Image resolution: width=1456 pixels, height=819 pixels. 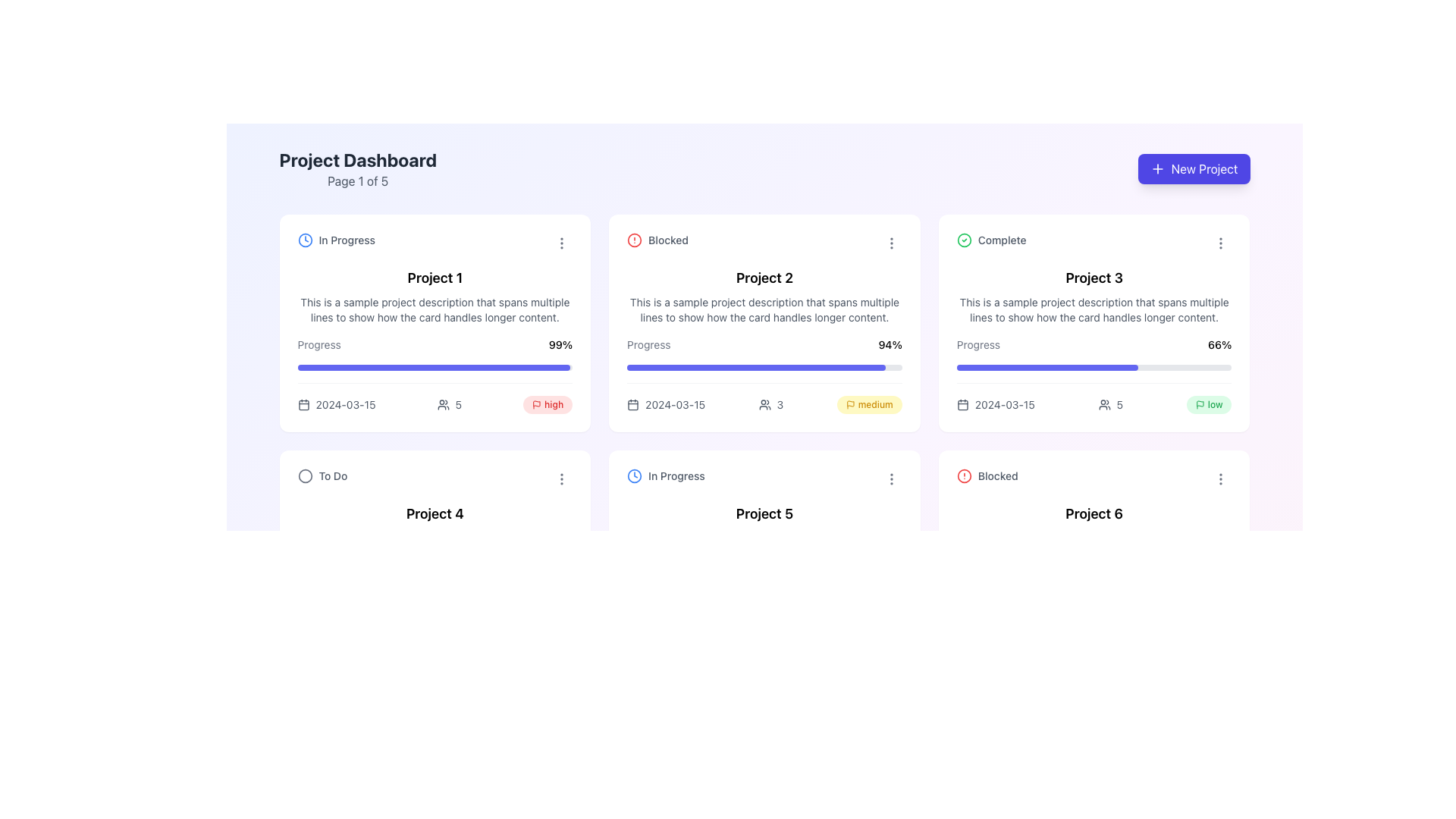 I want to click on the text label displaying 'Project Dashboard' and 'Page 1 of 5' located at the top-left section of the interface, so click(x=357, y=169).